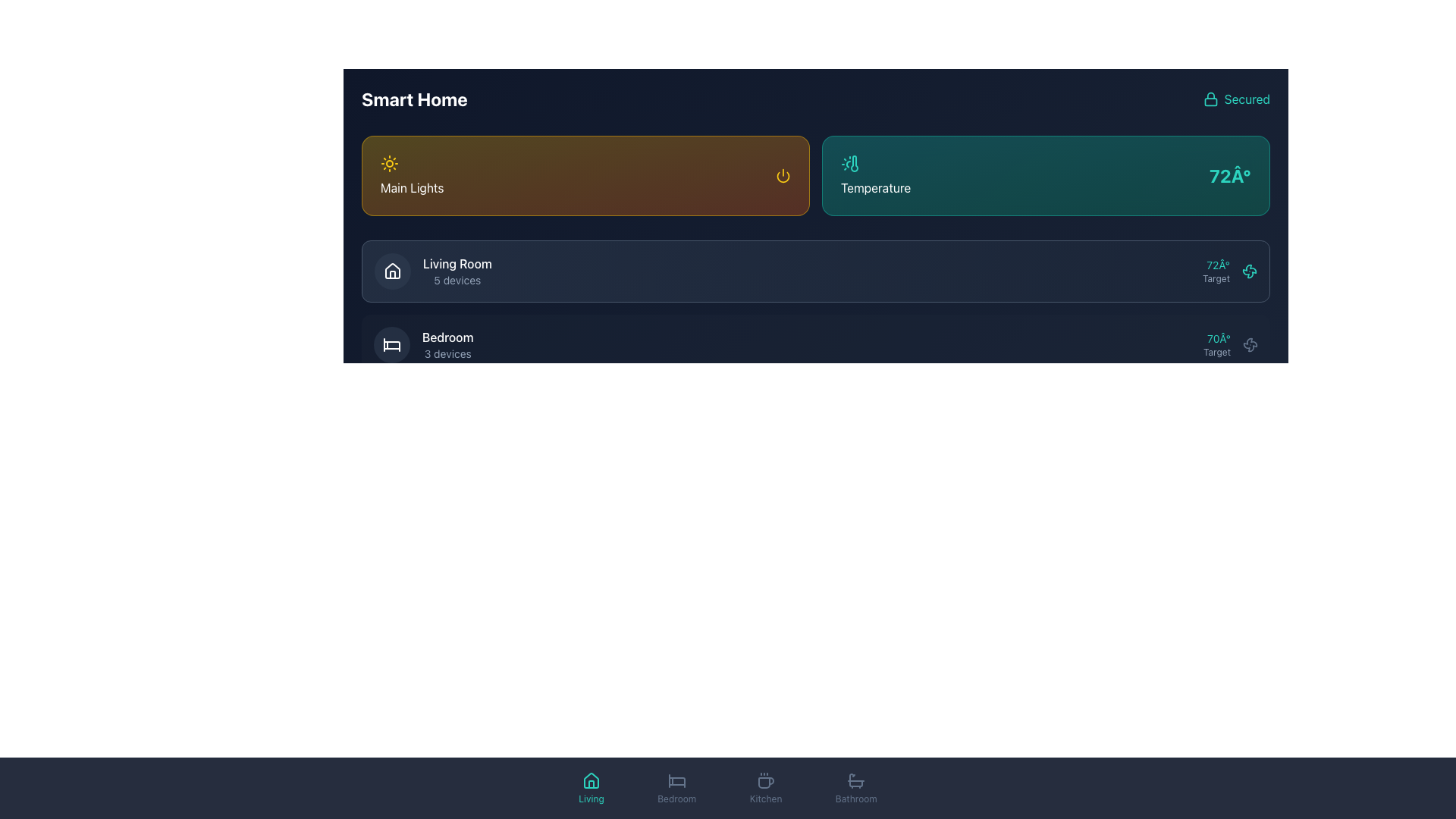 This screenshot has height=819, width=1456. I want to click on the sun-shaped icon, which is a bright yellow icon located in the 'Main Lights' card, positioned at the top left corner above the text label 'Main Lights', so click(389, 164).